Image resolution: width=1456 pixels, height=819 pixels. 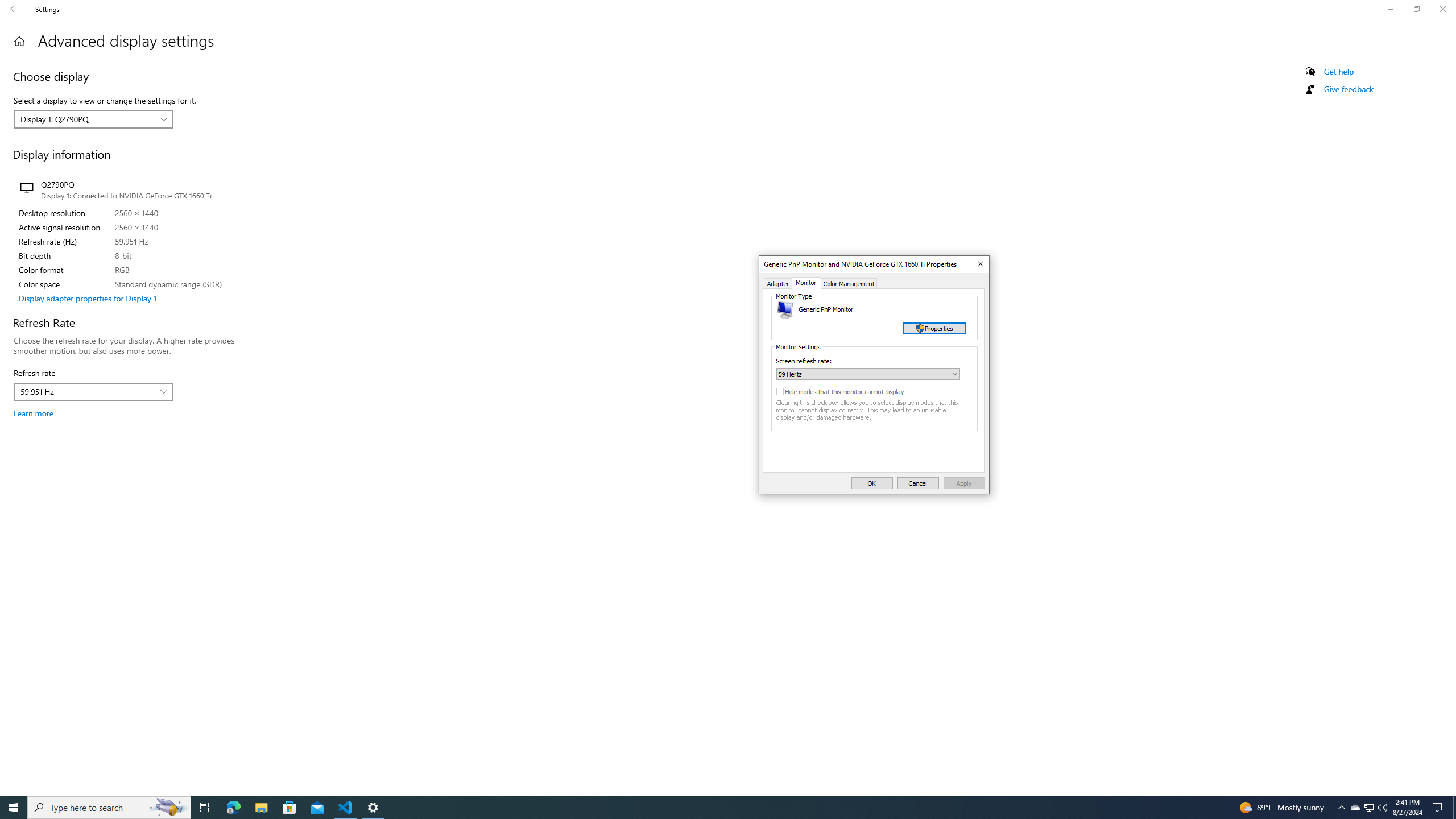 I want to click on 'Type here to search', so click(x=109, y=806).